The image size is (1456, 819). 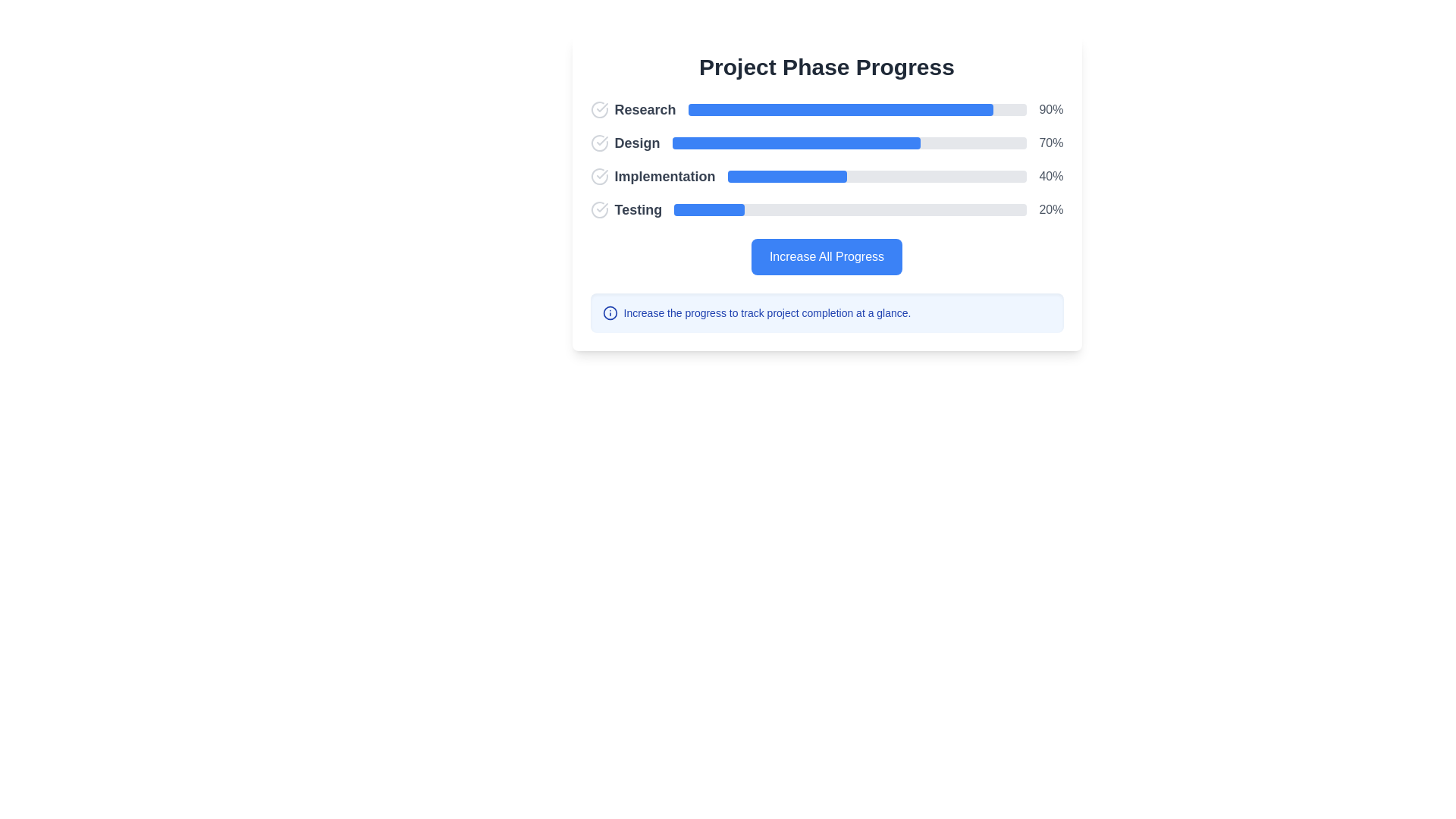 I want to click on style of the progress bar representing the 'Implementation' phase, which shows 40% completion and is positioned between the 'Design' and 'Testing' progress bars, so click(x=877, y=175).